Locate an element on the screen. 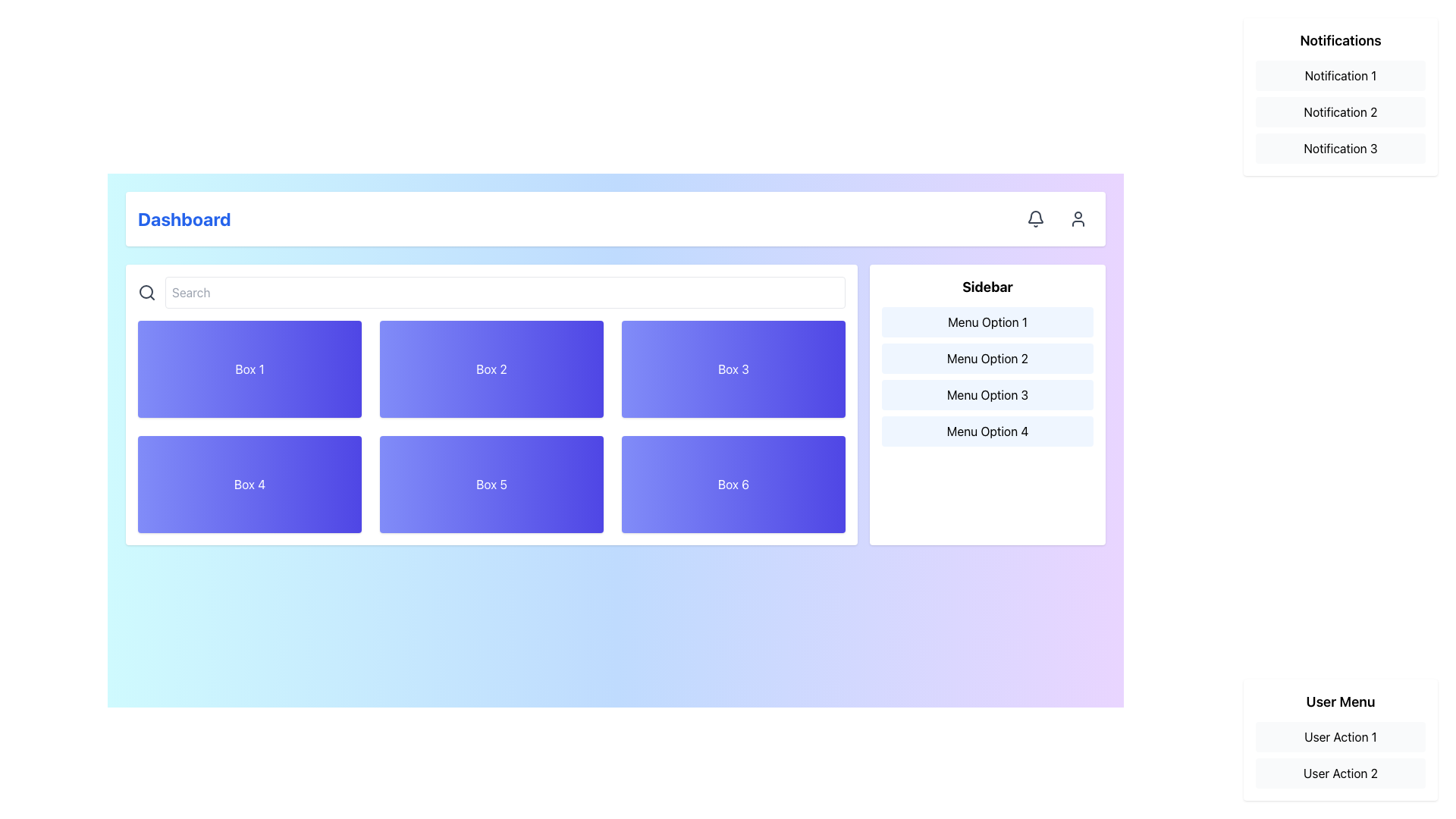 This screenshot has height=819, width=1456. the button labeled 'Menu Option 3' in the sidebar is located at coordinates (987, 394).